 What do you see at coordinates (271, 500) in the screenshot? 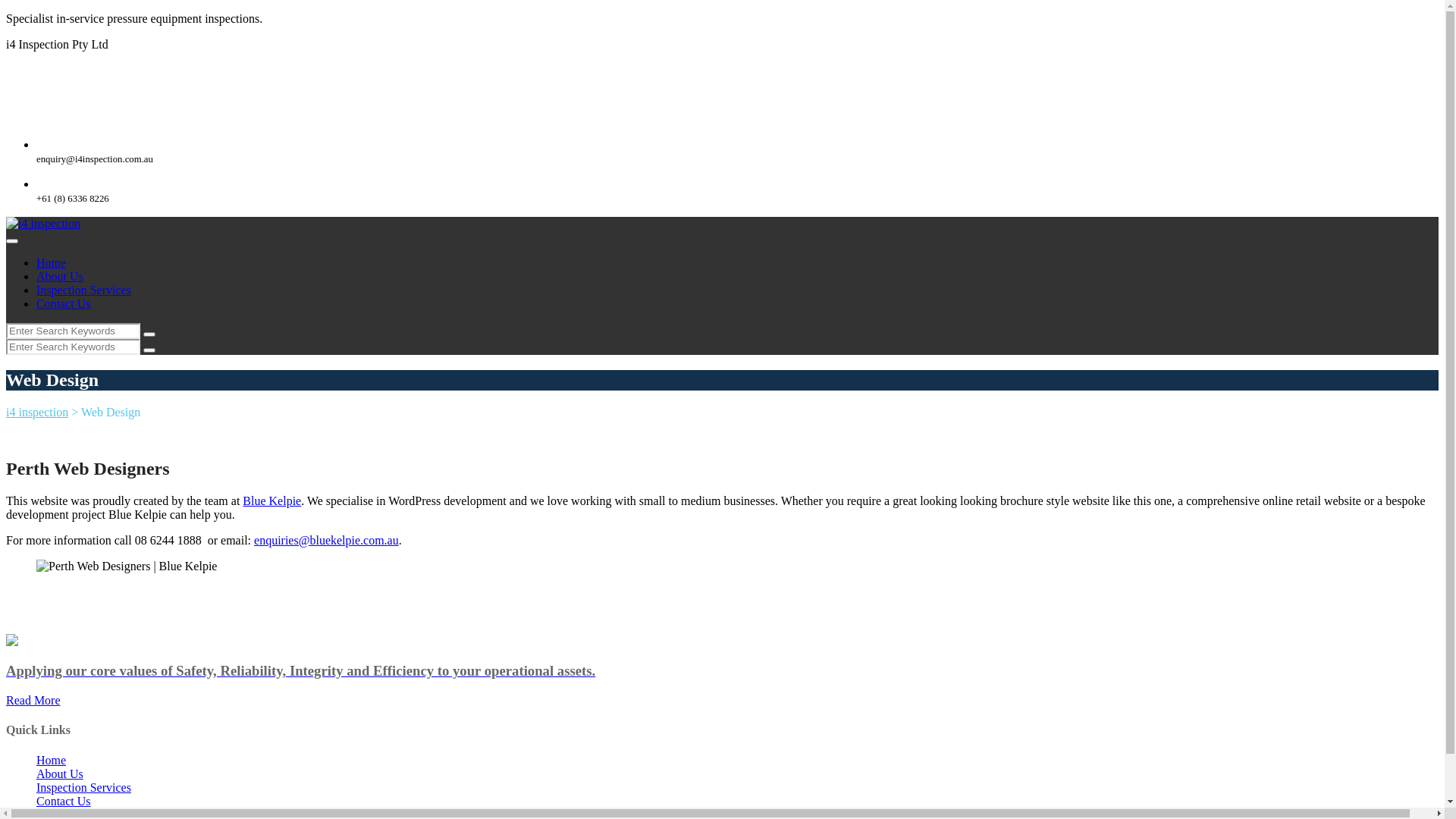
I see `'Blue Kelpie'` at bounding box center [271, 500].